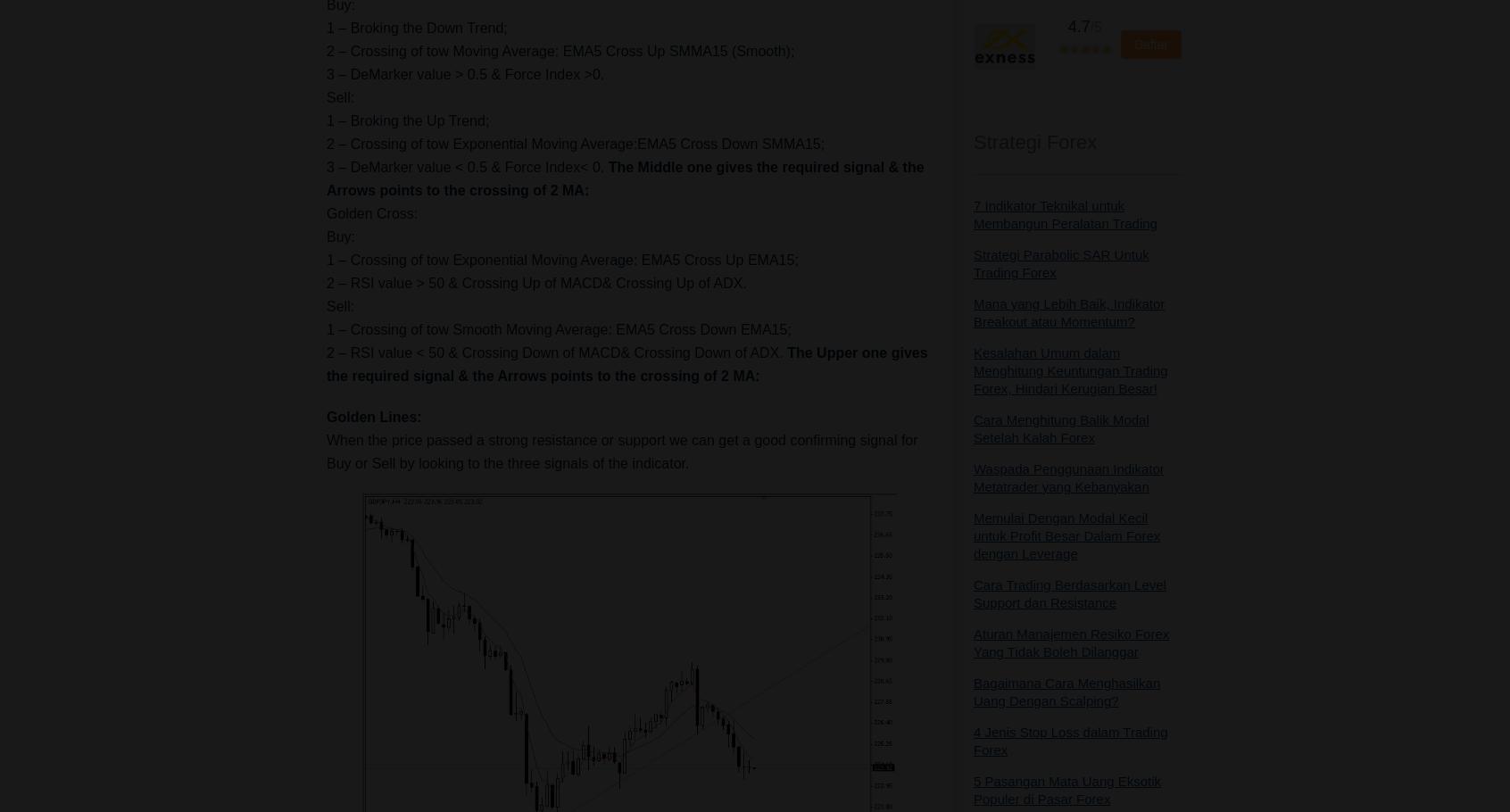  What do you see at coordinates (1149, 44) in the screenshot?
I see `'Daftar'` at bounding box center [1149, 44].